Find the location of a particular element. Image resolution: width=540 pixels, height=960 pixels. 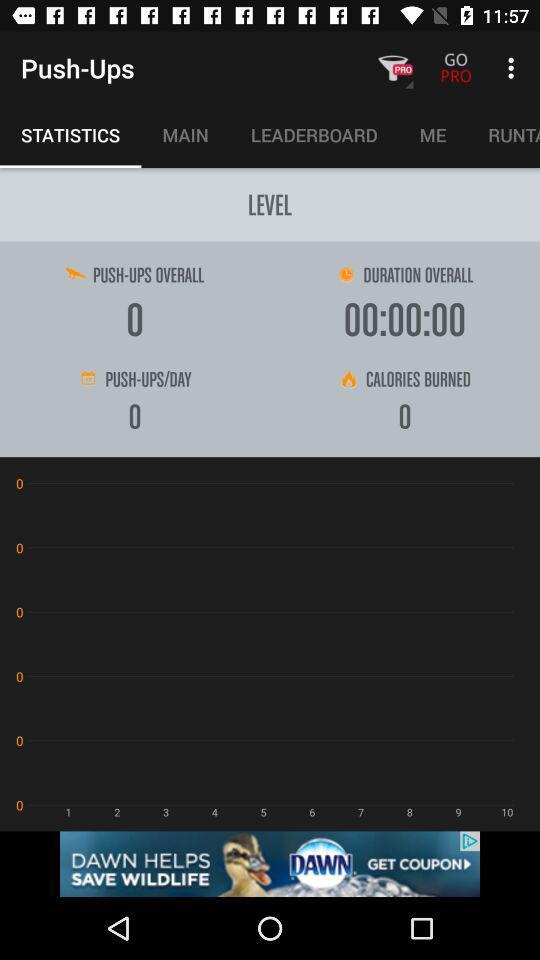

the button between main and me is located at coordinates (314, 133).